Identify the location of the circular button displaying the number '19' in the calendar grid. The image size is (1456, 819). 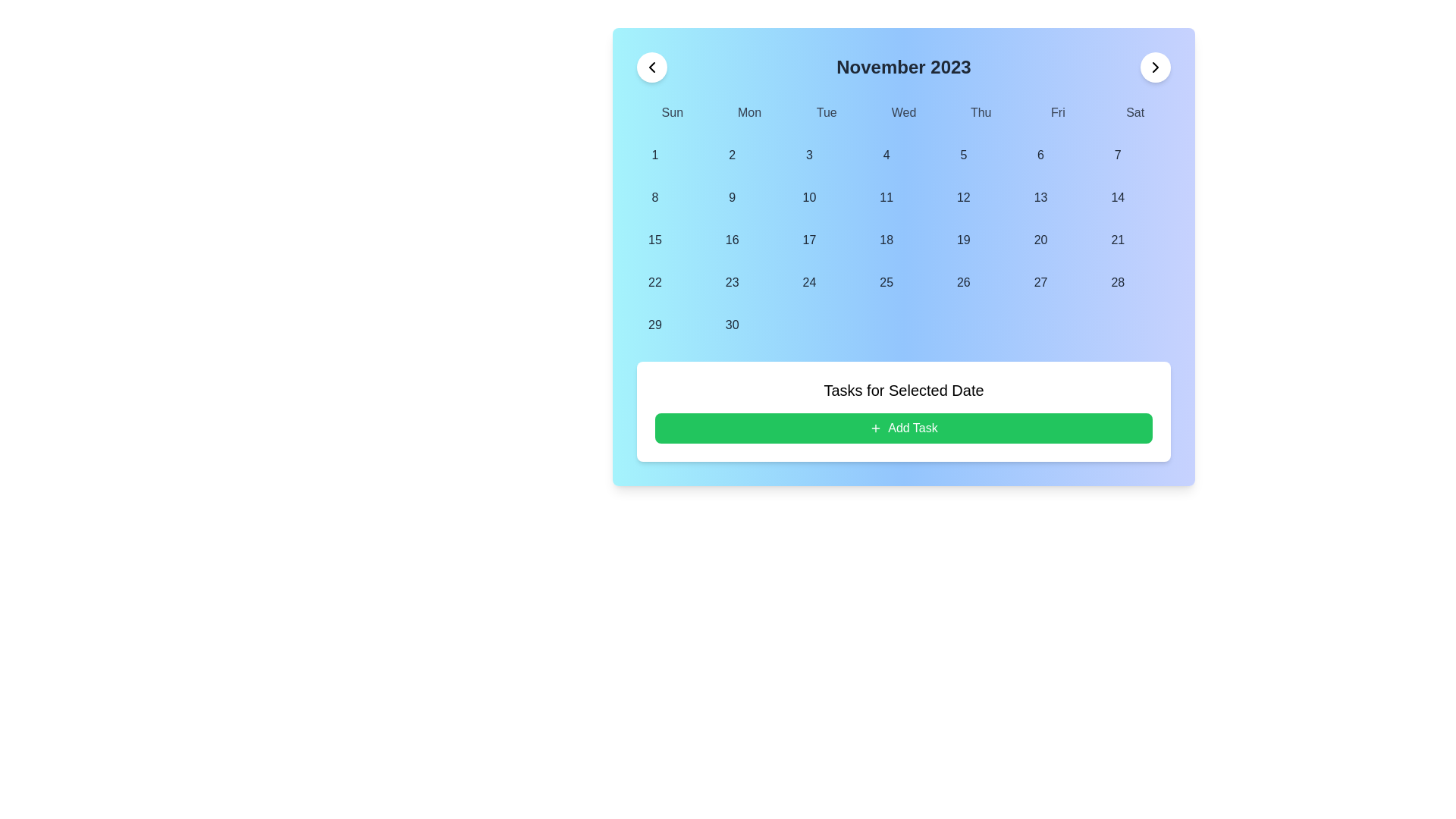
(962, 239).